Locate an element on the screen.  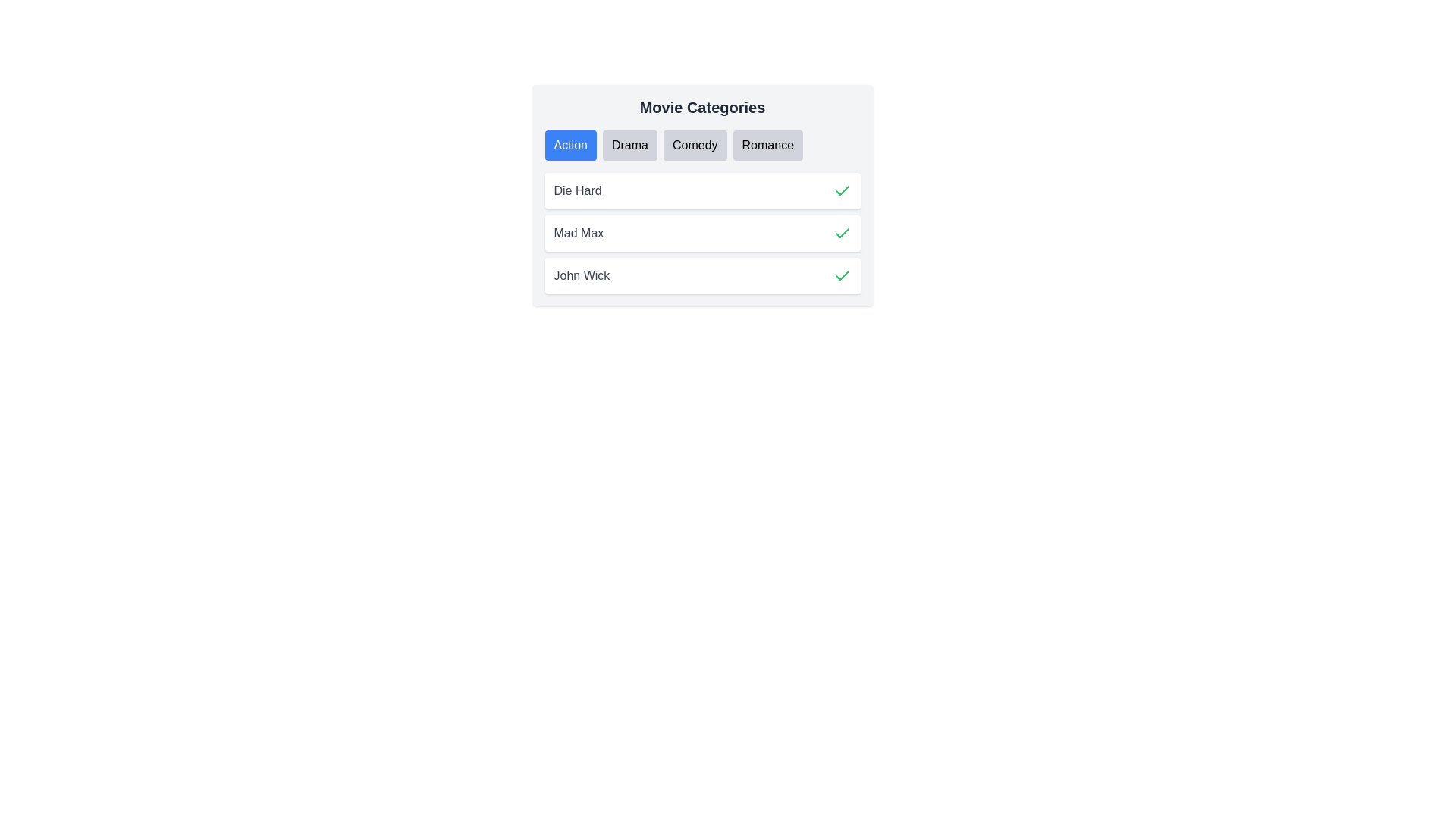
the selection indicator icon (checkmark) located to the far right of the text 'Die Hard' is located at coordinates (841, 190).